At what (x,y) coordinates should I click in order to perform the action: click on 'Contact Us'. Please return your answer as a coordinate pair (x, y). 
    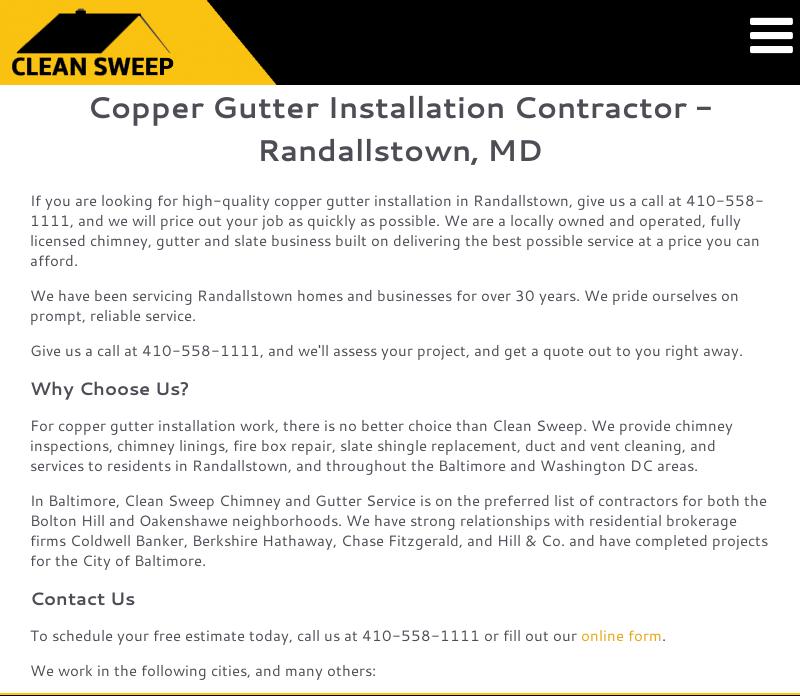
    Looking at the image, I should click on (82, 597).